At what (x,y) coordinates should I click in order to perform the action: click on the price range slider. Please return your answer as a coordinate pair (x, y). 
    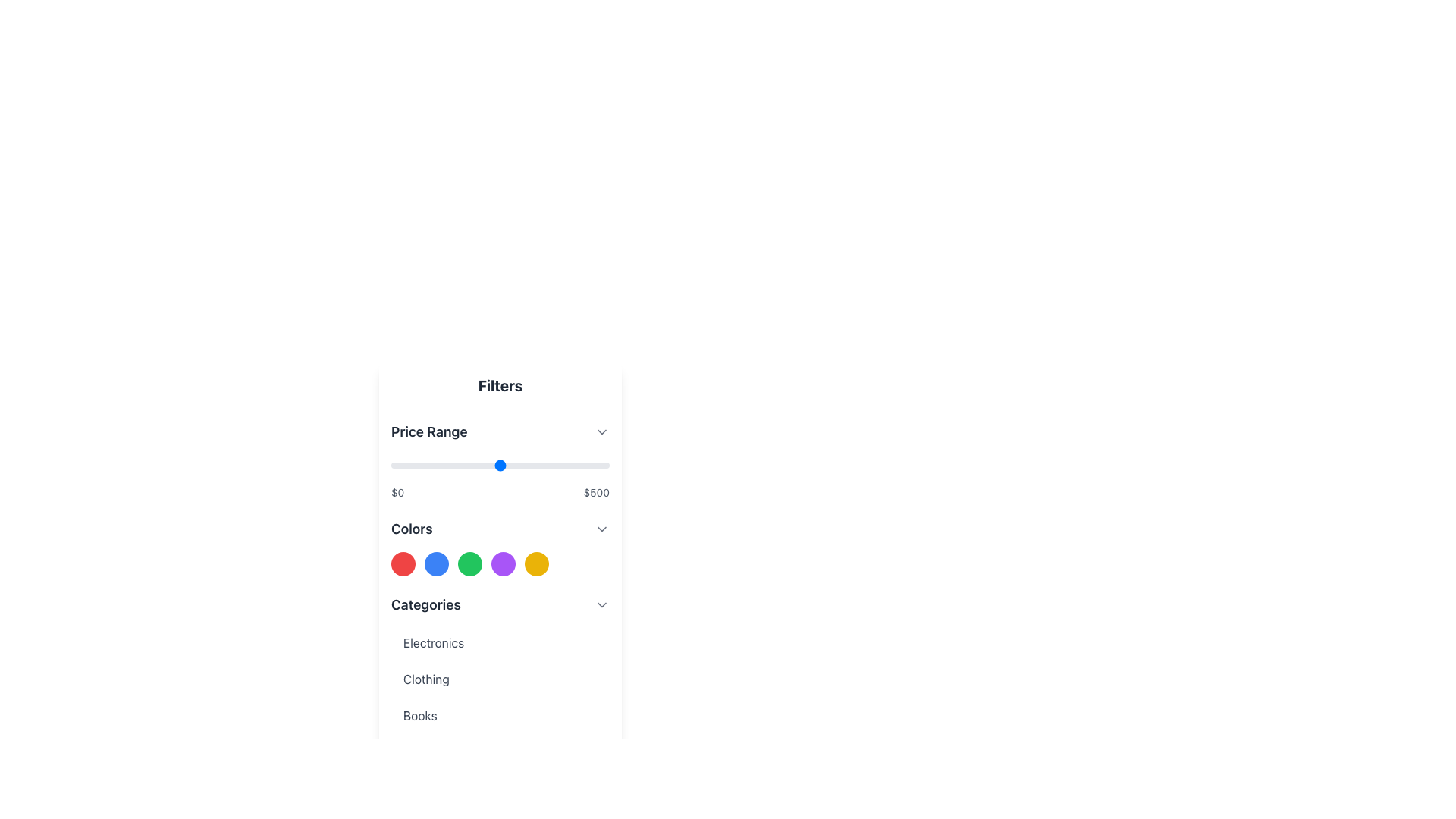
    Looking at the image, I should click on (597, 464).